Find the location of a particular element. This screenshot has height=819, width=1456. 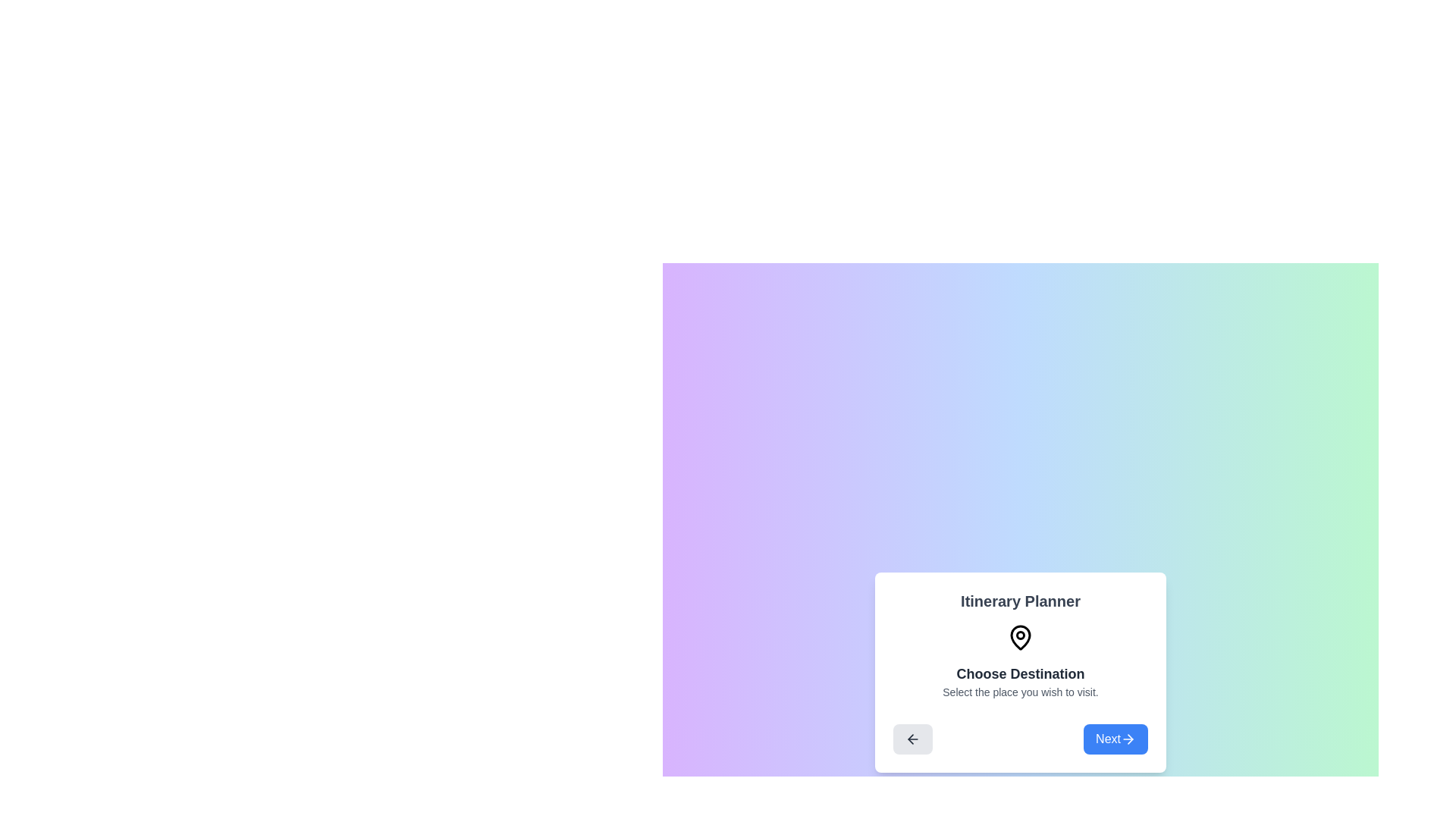

the map pin icon located in the 'Itinerary Planner' modal, which is positioned above the 'Choose Destination' text is located at coordinates (1020, 637).